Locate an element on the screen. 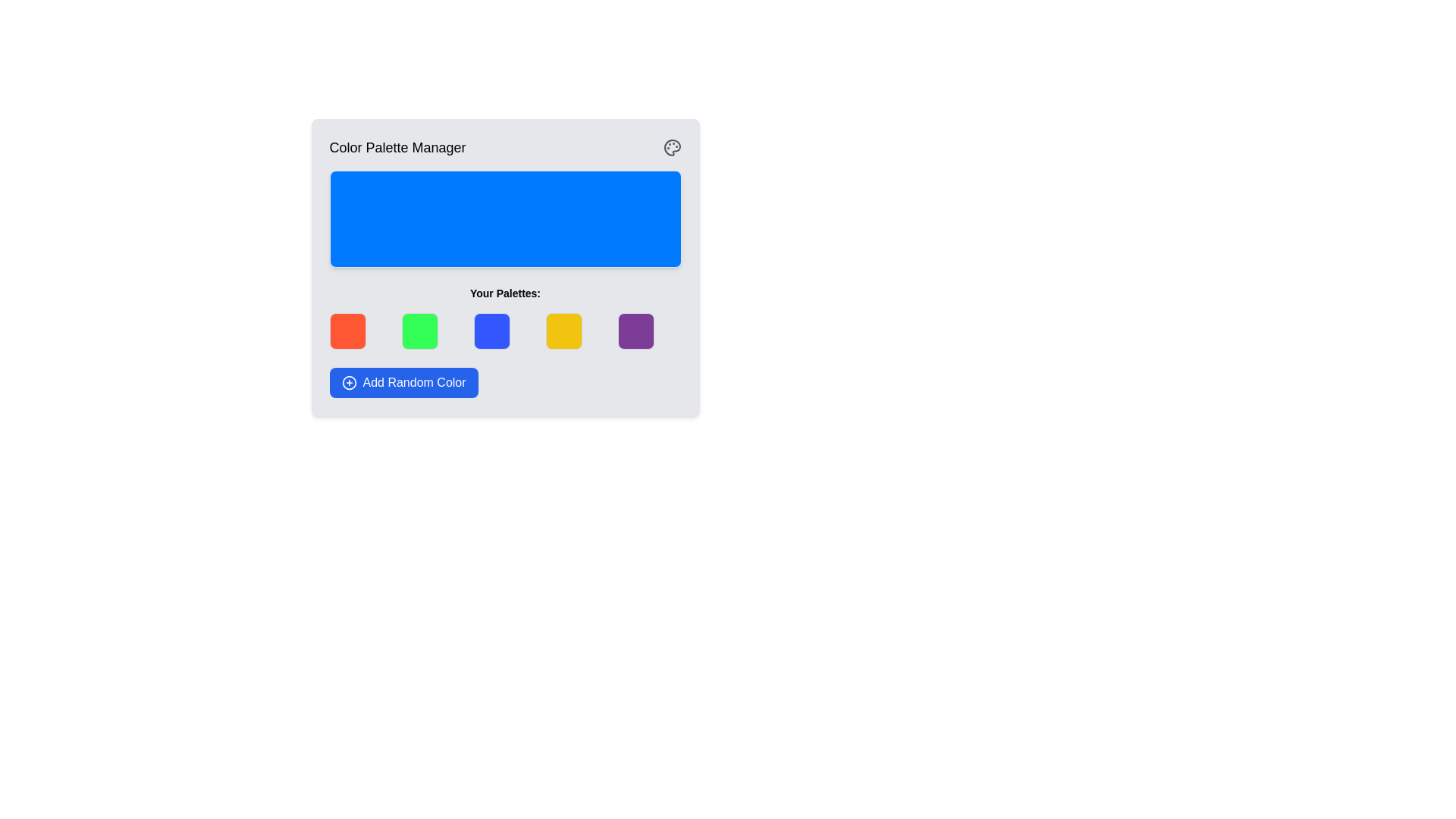 The height and width of the screenshot is (819, 1456). the text label 'Your Palettes:' which is styled with a smaller font size and bold weight, located above a grid of colored boxes is located at coordinates (505, 293).